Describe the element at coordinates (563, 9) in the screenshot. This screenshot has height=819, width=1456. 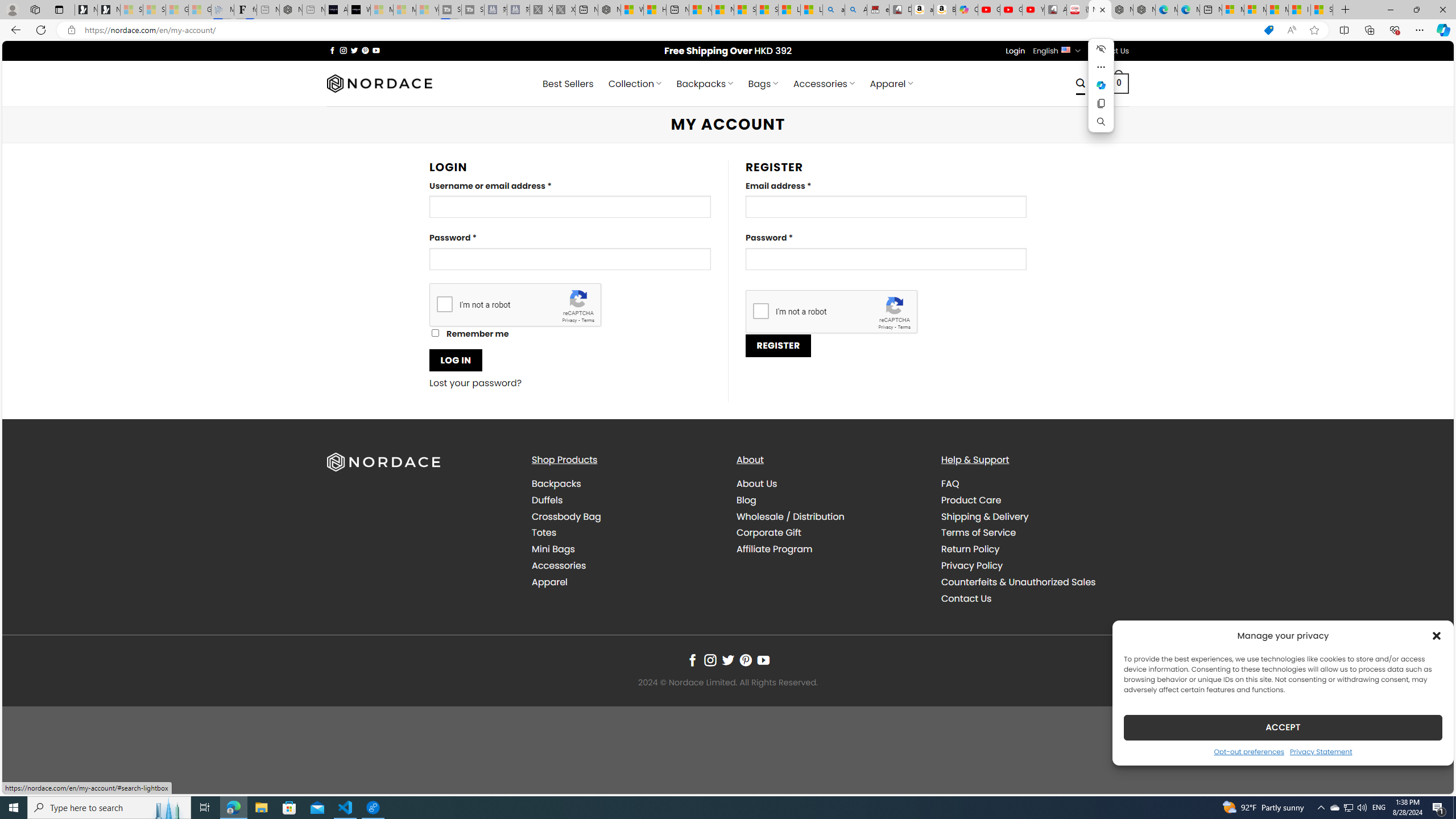
I see `'X - Sleeping'` at that location.